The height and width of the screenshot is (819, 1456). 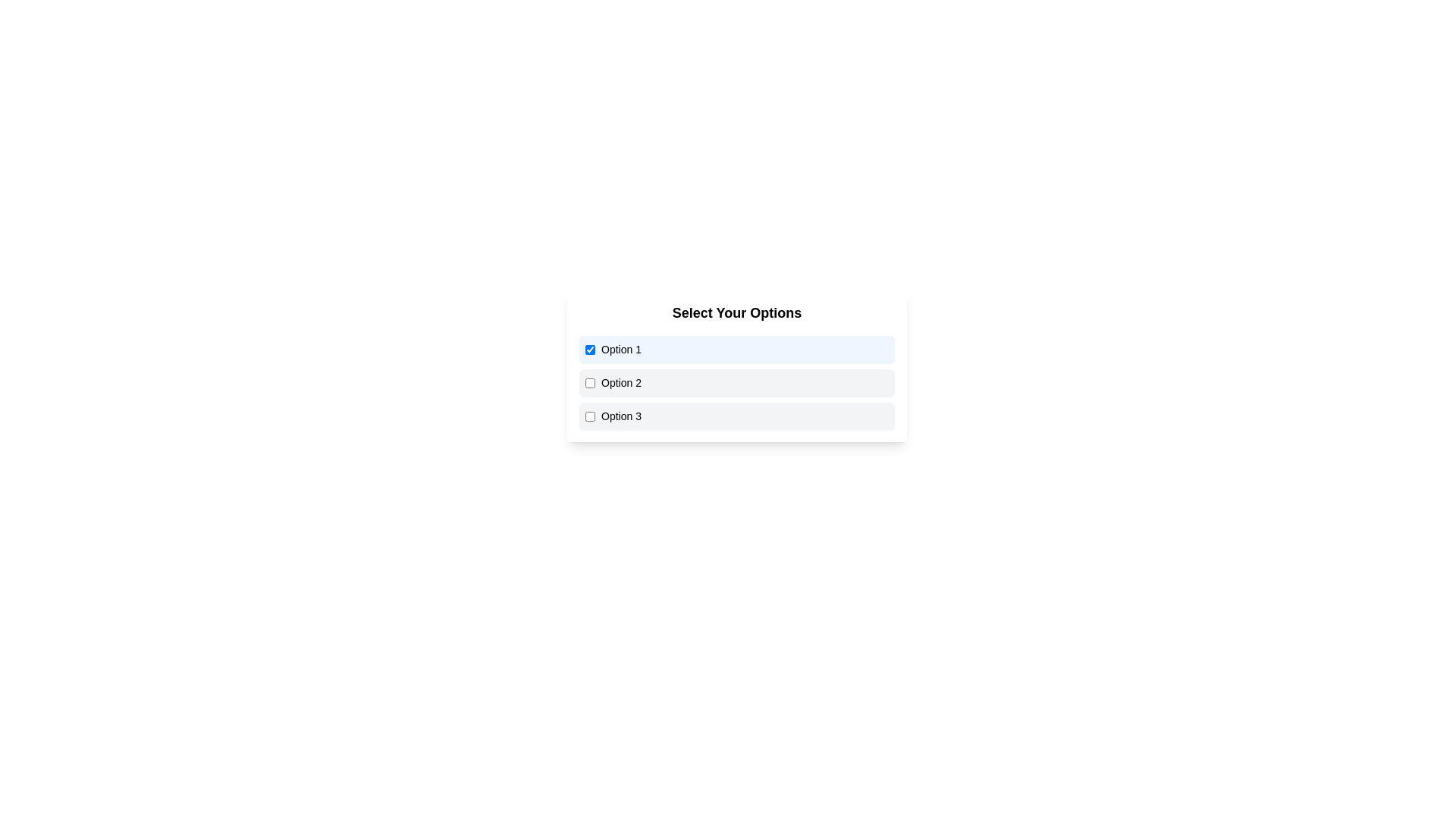 What do you see at coordinates (736, 312) in the screenshot?
I see `the prominently styled text label 'Select Your Options' which is positioned as a header above a set of options` at bounding box center [736, 312].